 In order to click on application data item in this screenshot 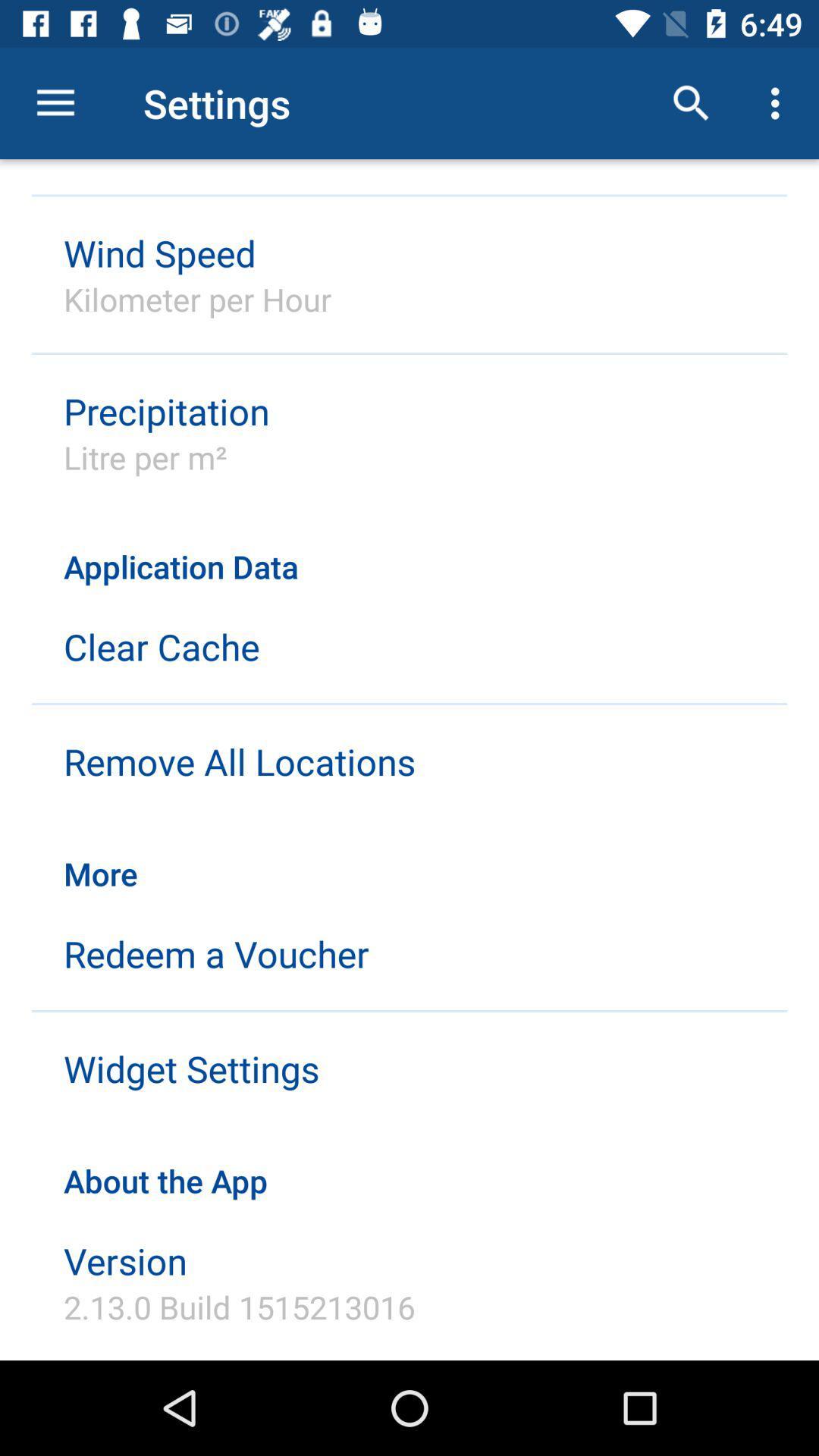, I will do `click(409, 549)`.